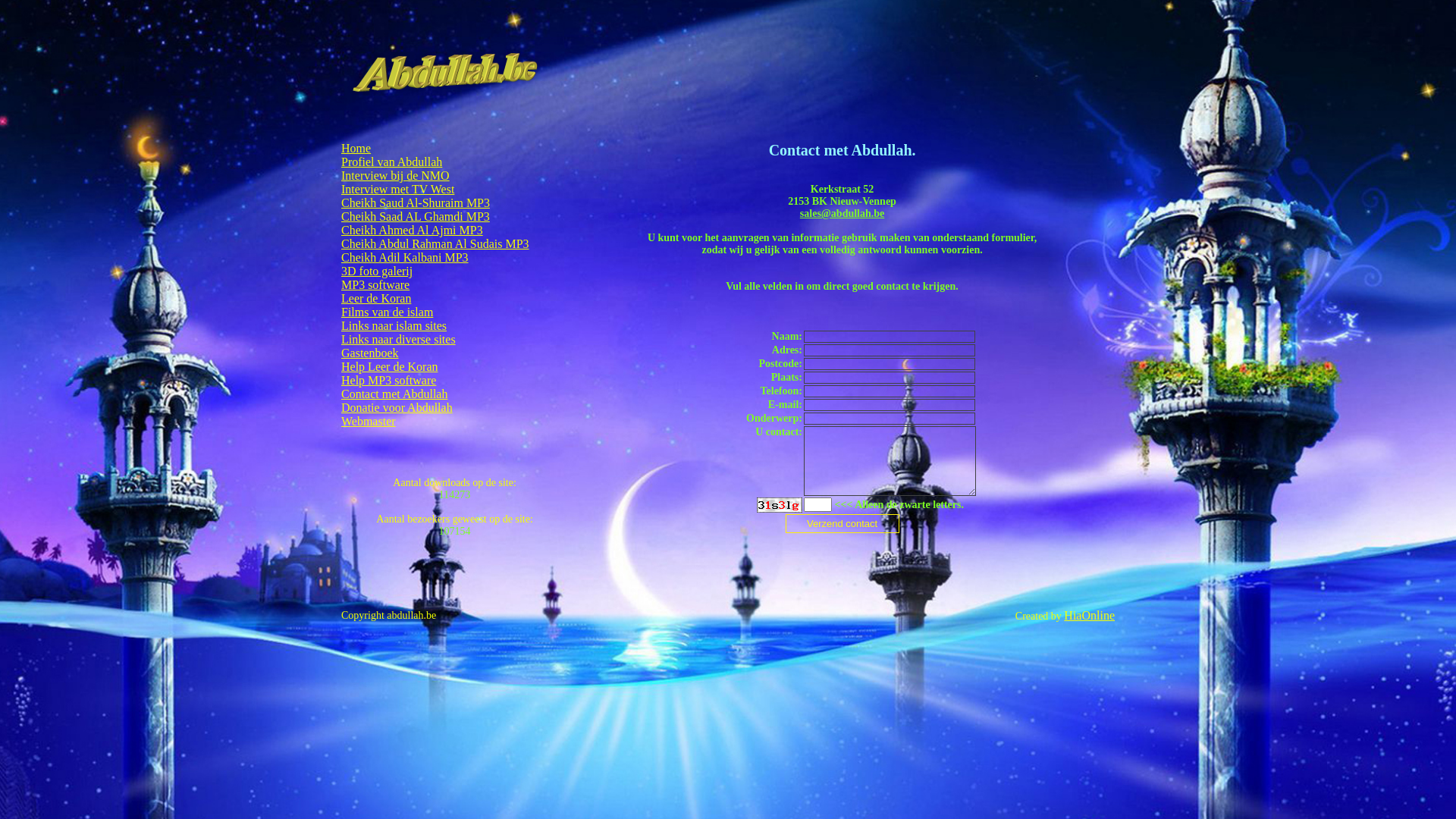 The width and height of the screenshot is (1456, 819). What do you see at coordinates (1088, 615) in the screenshot?
I see `'HiaOnline'` at bounding box center [1088, 615].